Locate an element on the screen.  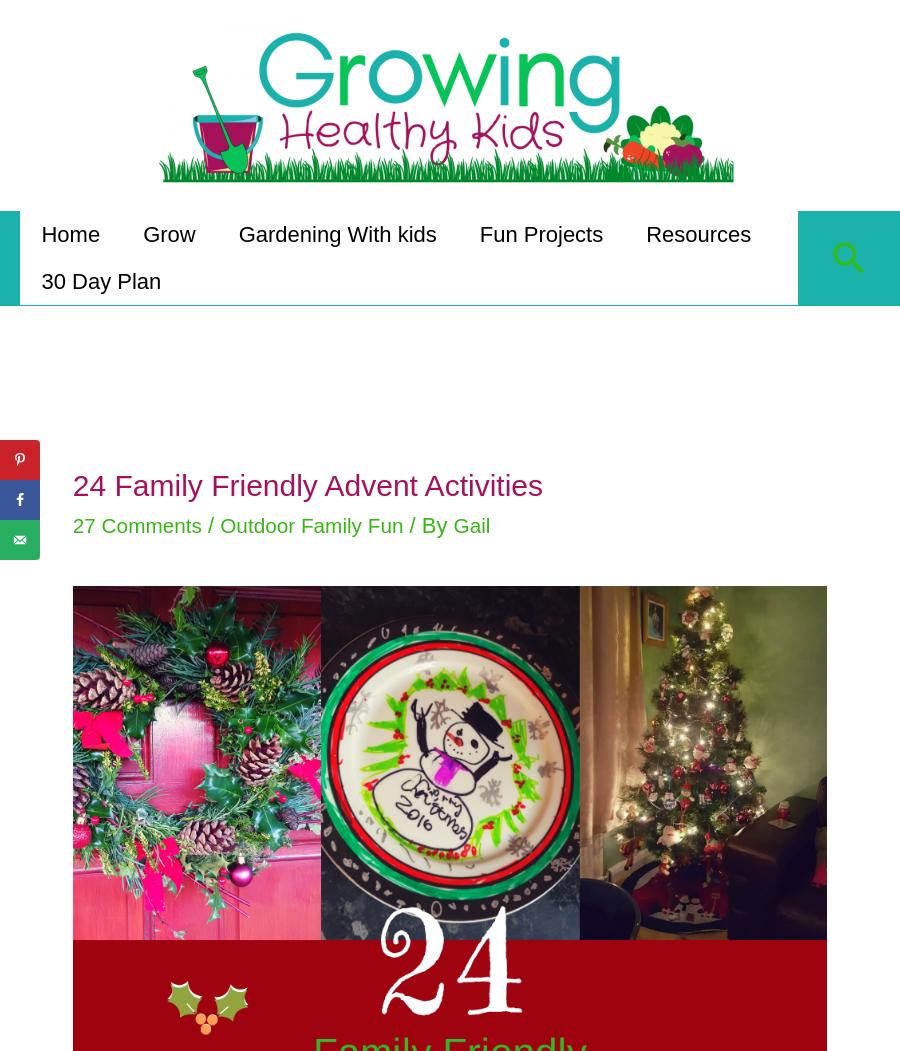
'Facebook' is located at coordinates (77, 499).